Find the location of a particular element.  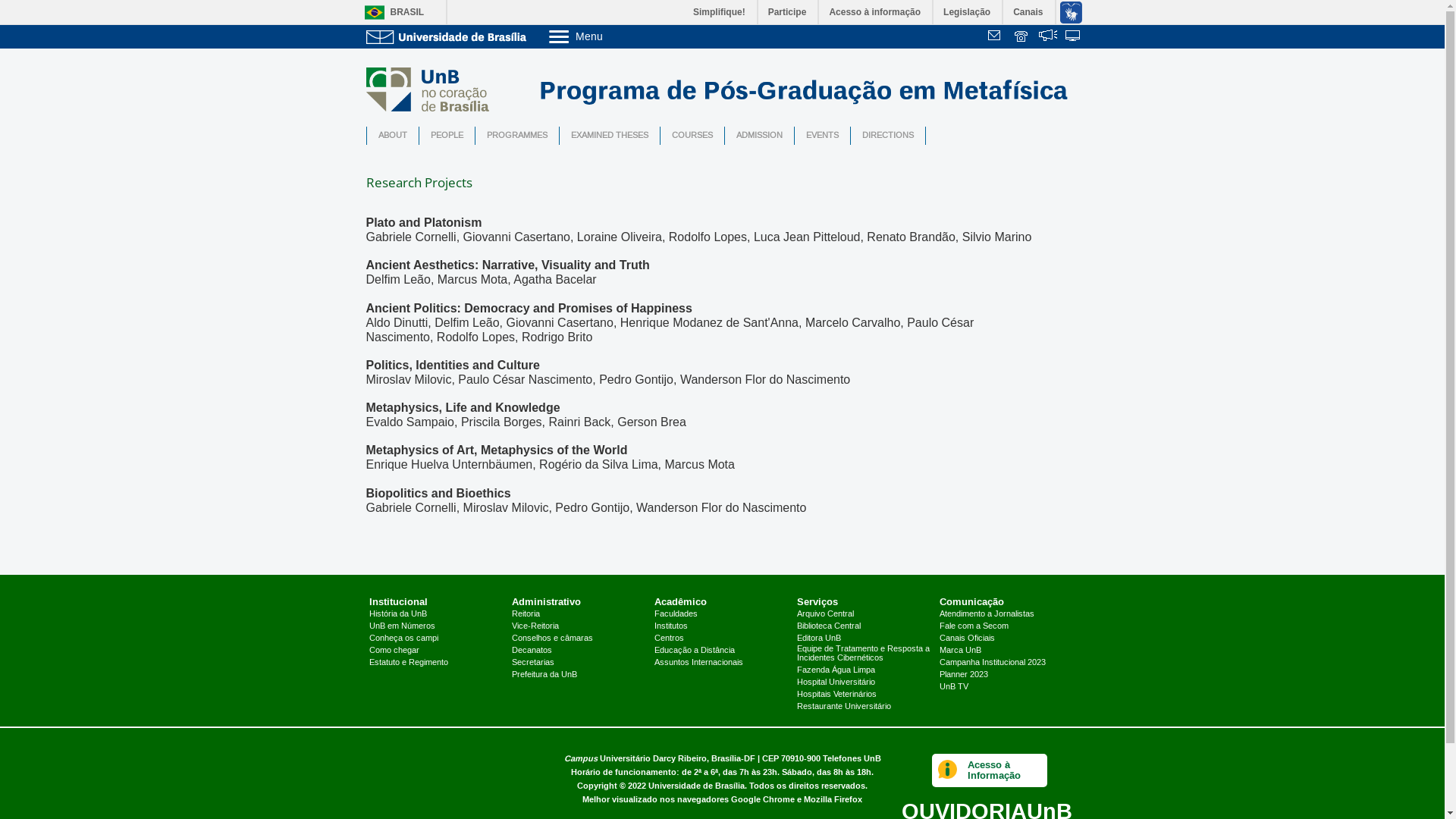

'Atendimento a Jornalistas' is located at coordinates (987, 614).